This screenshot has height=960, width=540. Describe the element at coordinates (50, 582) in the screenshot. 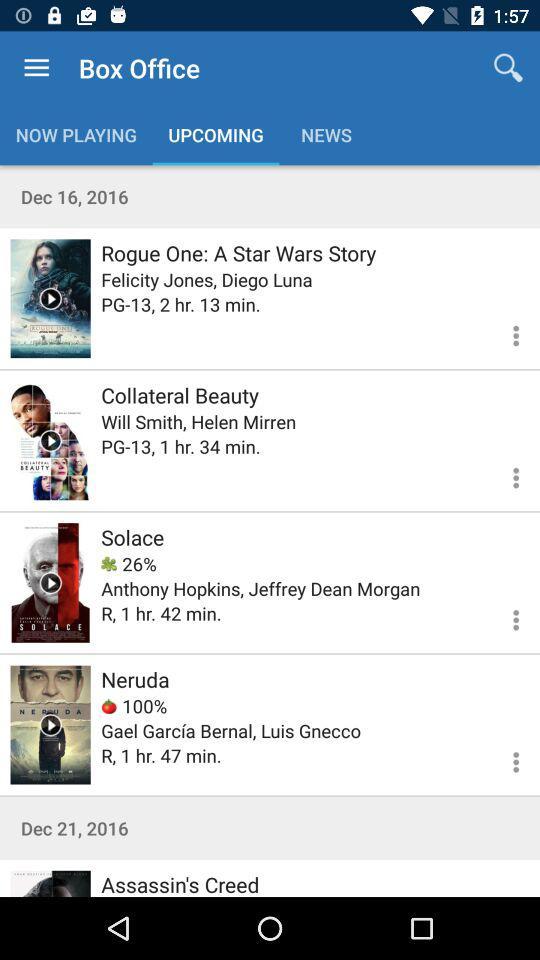

I see `open movie` at that location.